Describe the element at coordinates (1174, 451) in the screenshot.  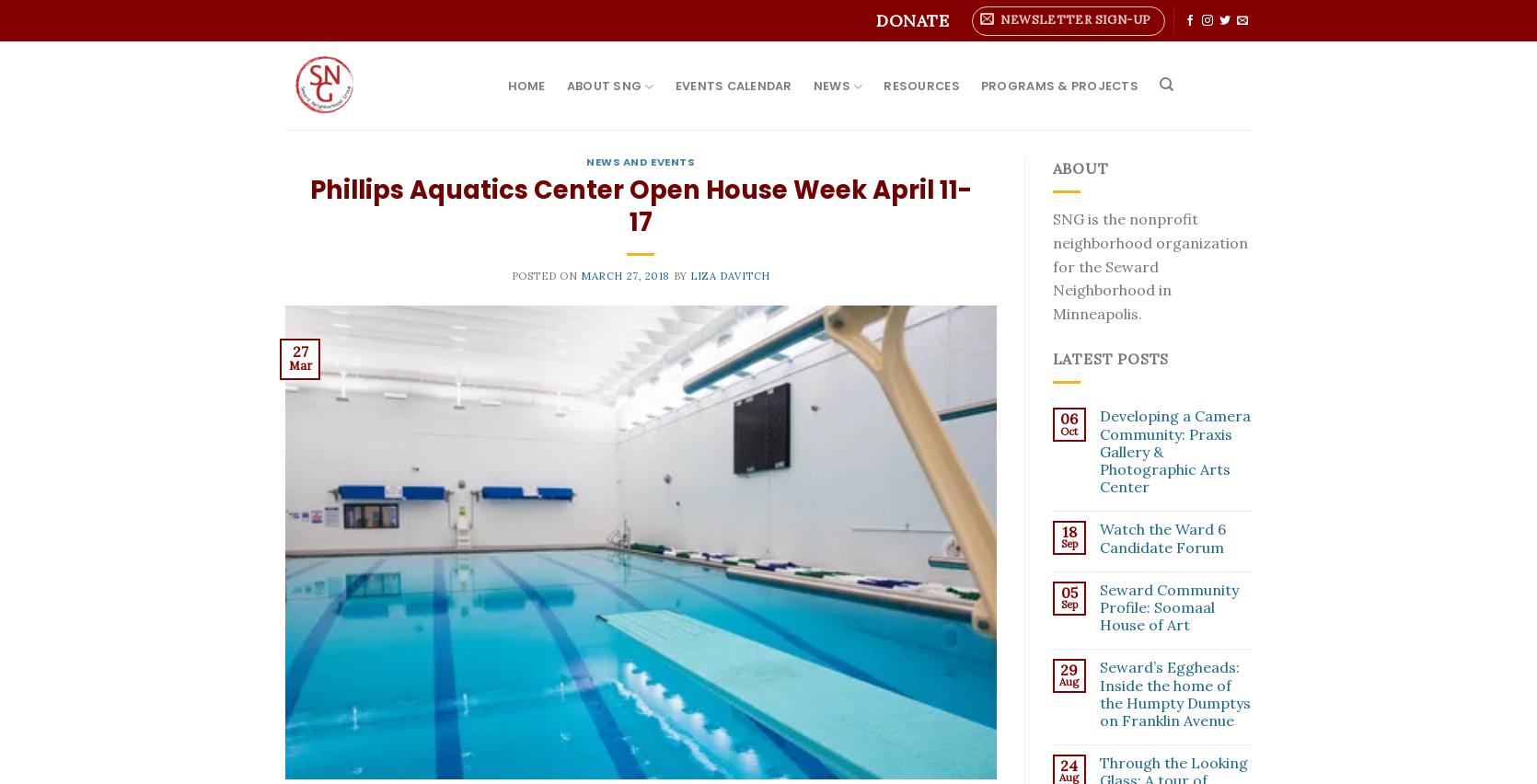
I see `'Developing a Camera Community: Praxis Gallery & Photographic Arts Center'` at that location.